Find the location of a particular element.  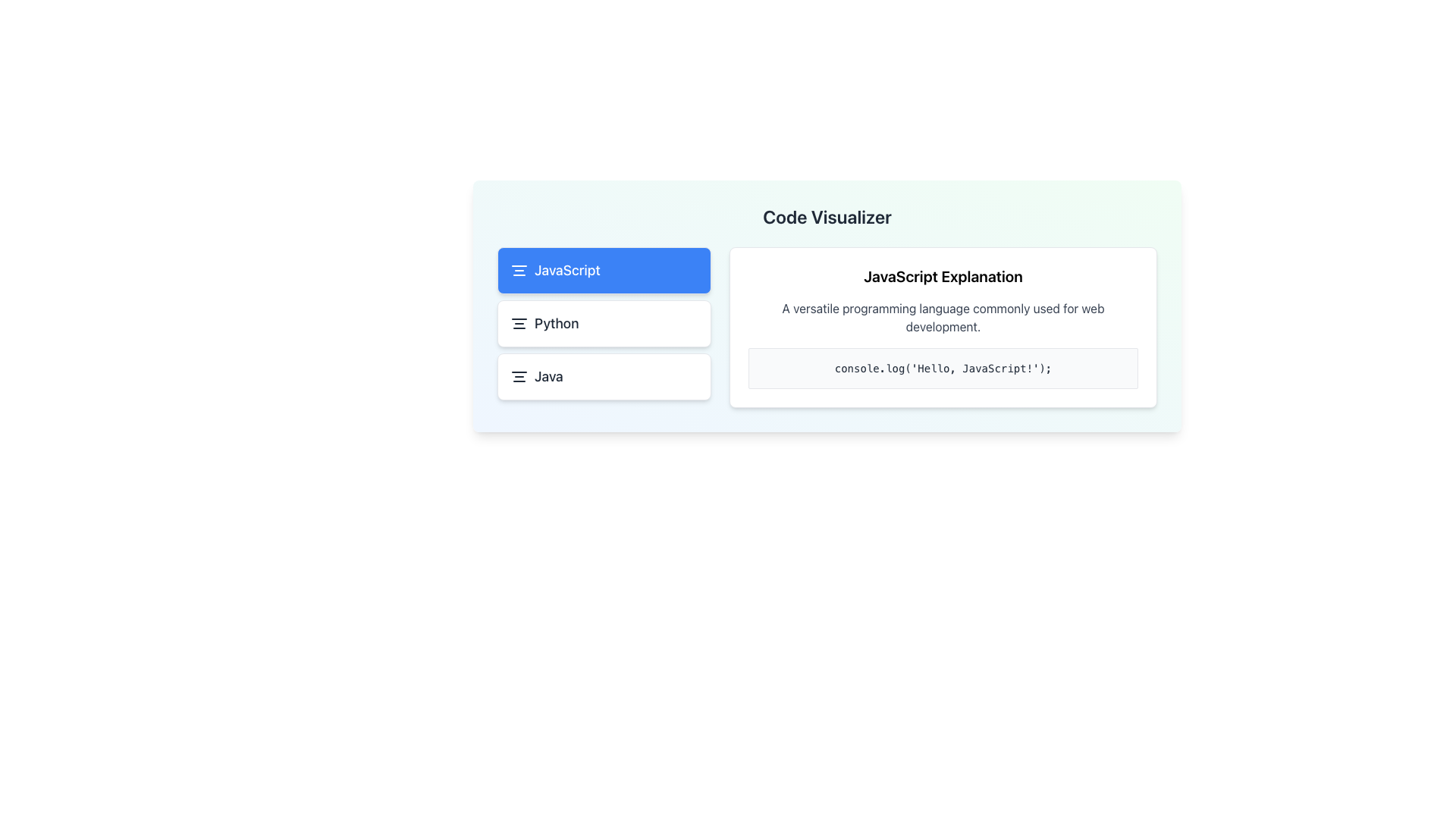

the selectable list item for the Python programming language by using the keyboard, which is positioned below the 'JavaScript' option and above the 'Java' option is located at coordinates (603, 323).